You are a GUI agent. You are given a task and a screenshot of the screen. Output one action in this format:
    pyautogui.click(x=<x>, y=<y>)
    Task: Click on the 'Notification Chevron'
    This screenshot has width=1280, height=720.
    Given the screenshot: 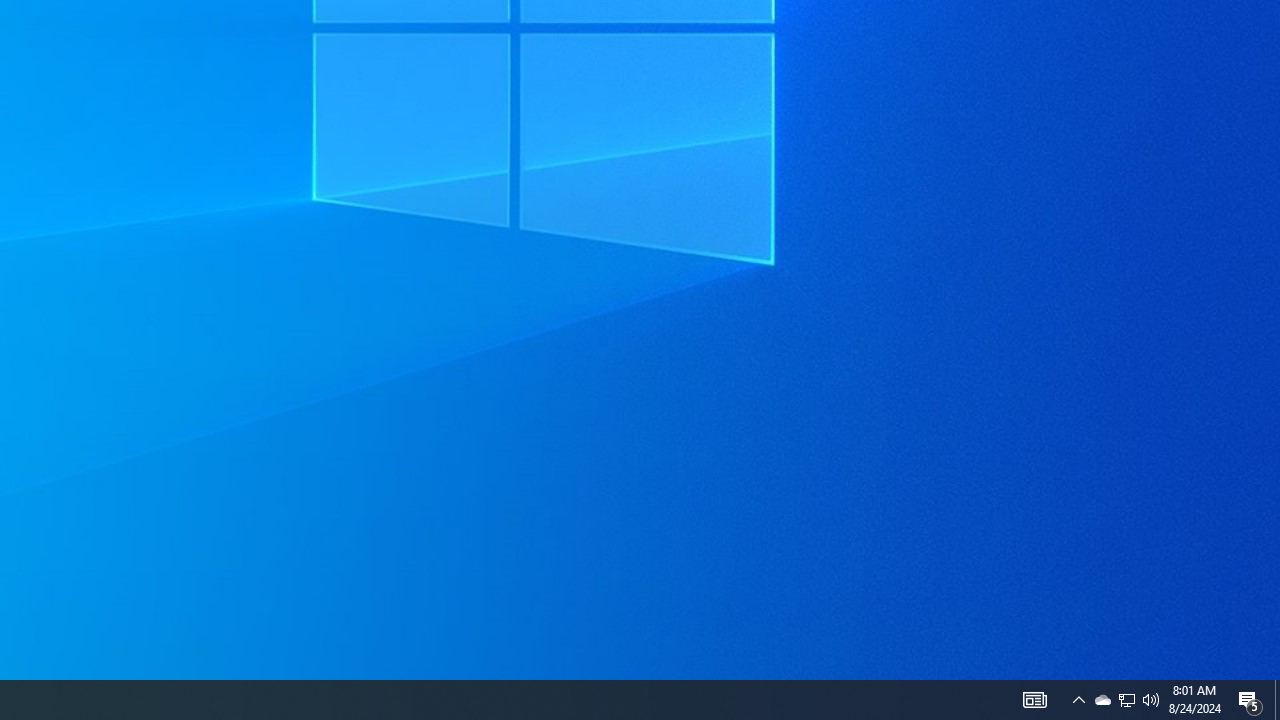 What is the action you would take?
    pyautogui.click(x=1078, y=698)
    